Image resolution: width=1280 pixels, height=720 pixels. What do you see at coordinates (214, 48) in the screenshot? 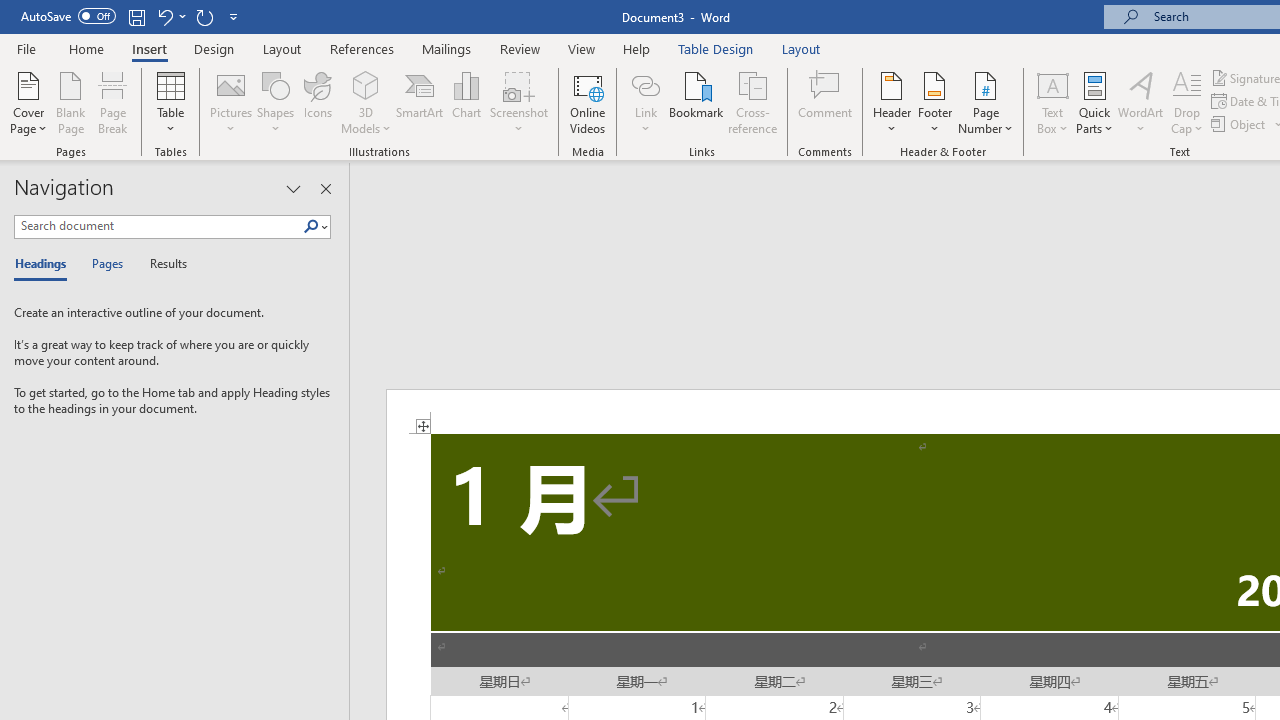
I see `'Design'` at bounding box center [214, 48].